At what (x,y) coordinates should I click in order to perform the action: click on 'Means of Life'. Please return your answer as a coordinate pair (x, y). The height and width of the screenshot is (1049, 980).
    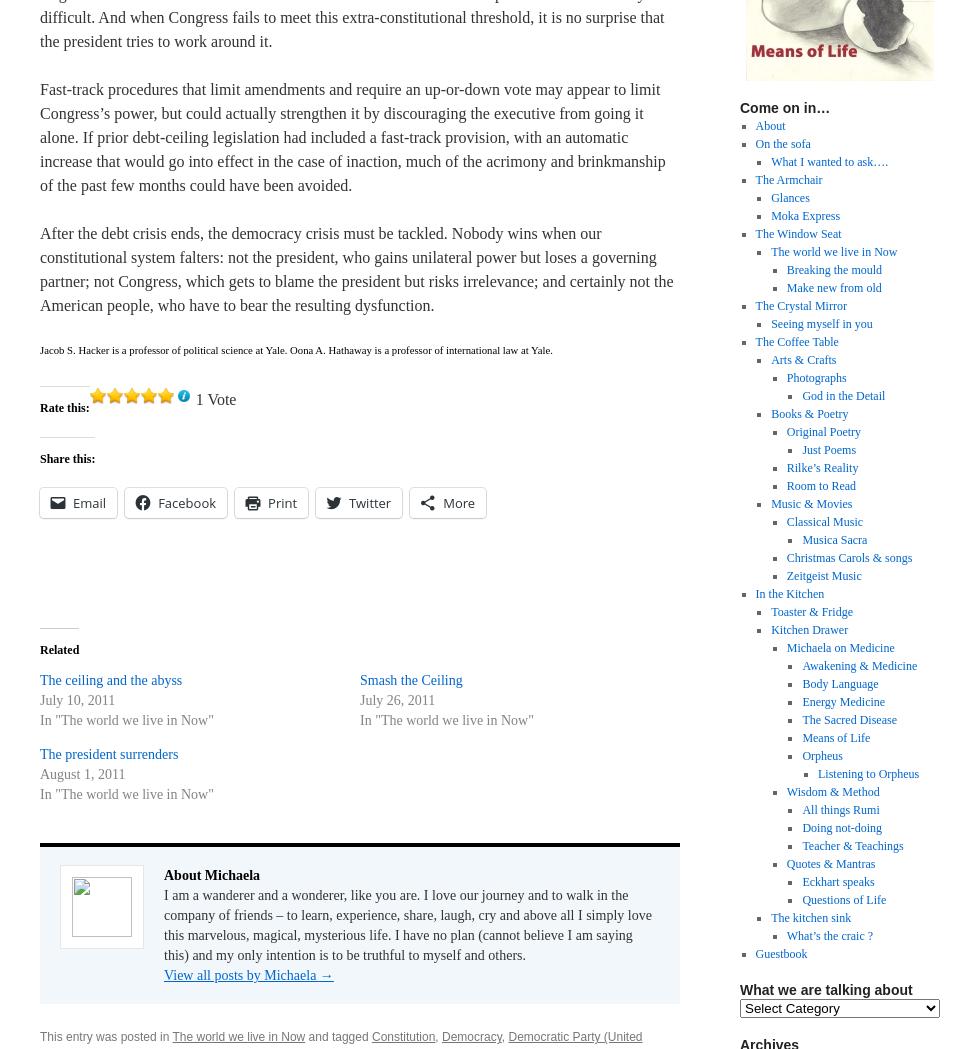
    Looking at the image, I should click on (836, 736).